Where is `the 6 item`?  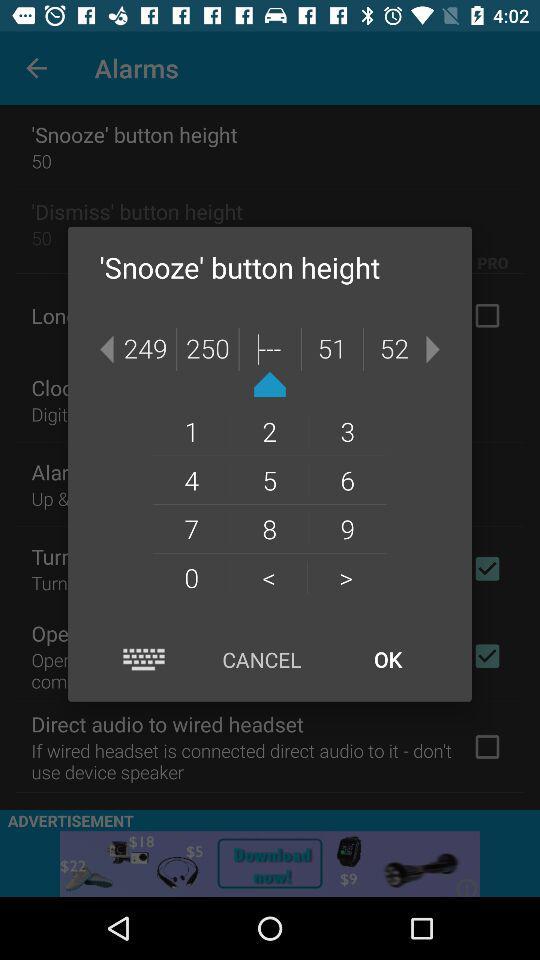 the 6 item is located at coordinates (346, 480).